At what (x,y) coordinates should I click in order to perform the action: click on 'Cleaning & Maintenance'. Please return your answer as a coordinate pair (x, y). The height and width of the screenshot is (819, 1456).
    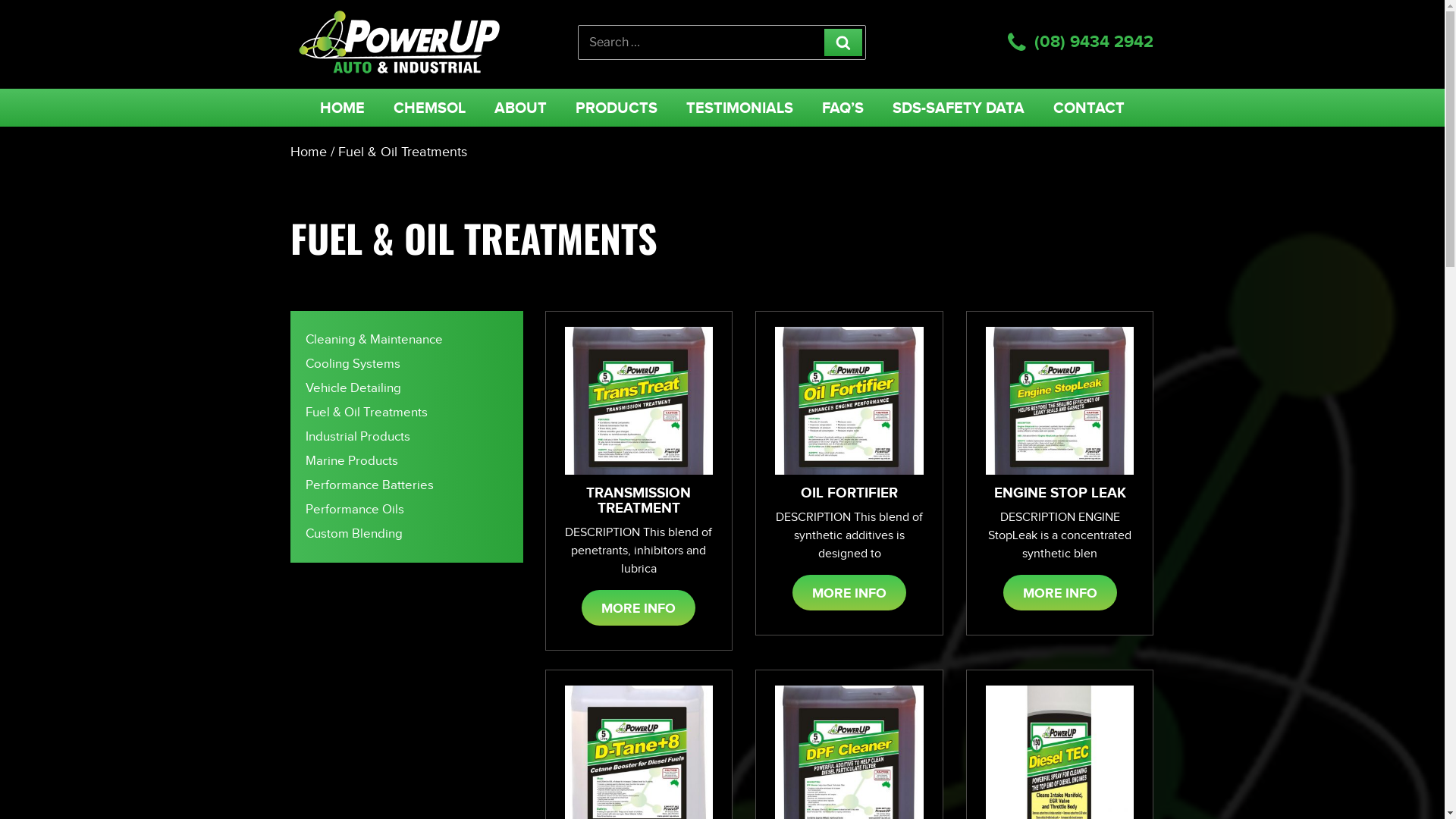
    Looking at the image, I should click on (304, 338).